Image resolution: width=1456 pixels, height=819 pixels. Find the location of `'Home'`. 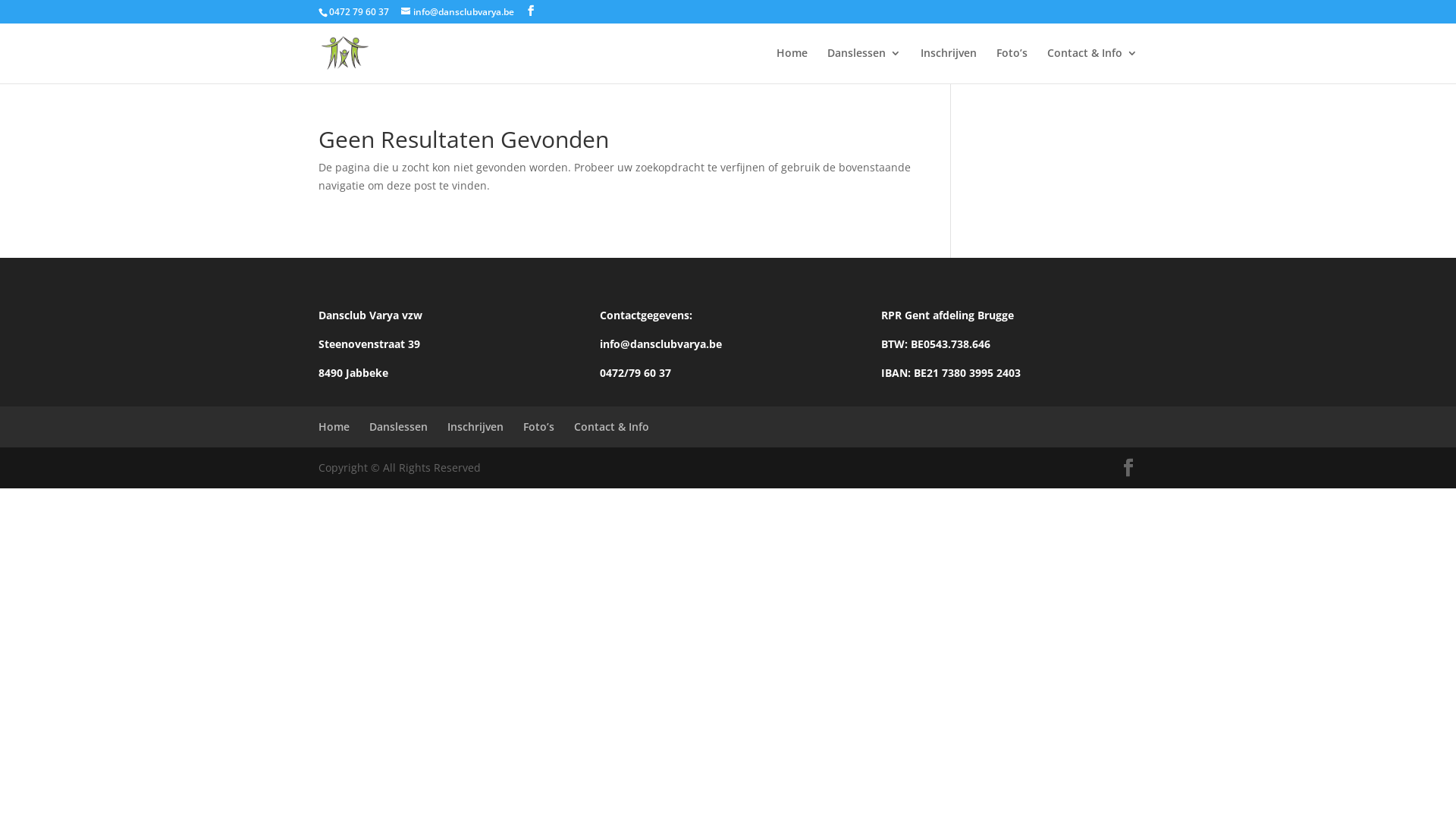

'Home' is located at coordinates (318, 426).